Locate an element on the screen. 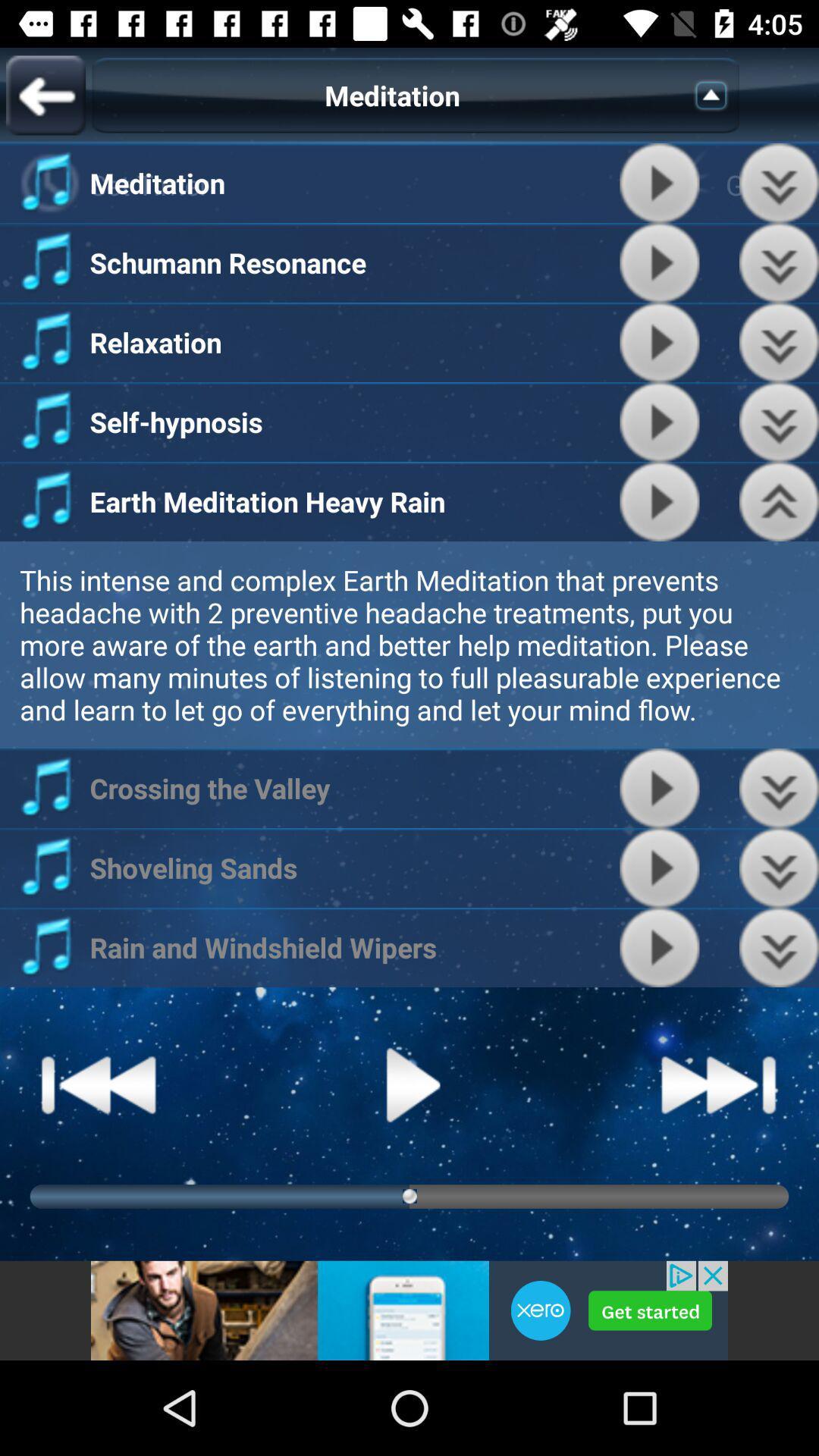 The height and width of the screenshot is (1456, 819). next is located at coordinates (718, 1084).